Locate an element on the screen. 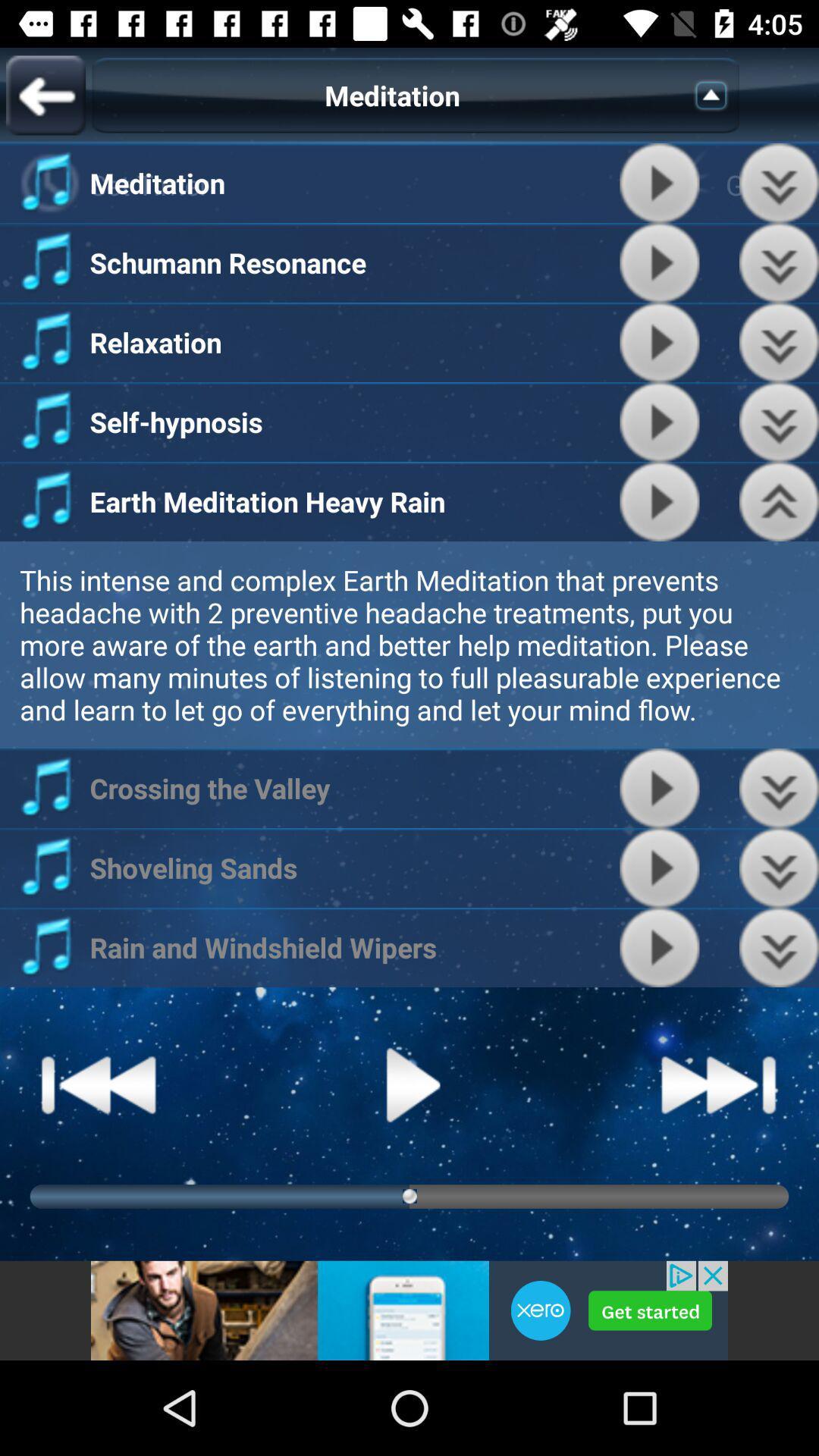 The height and width of the screenshot is (1456, 819). next is located at coordinates (718, 1084).